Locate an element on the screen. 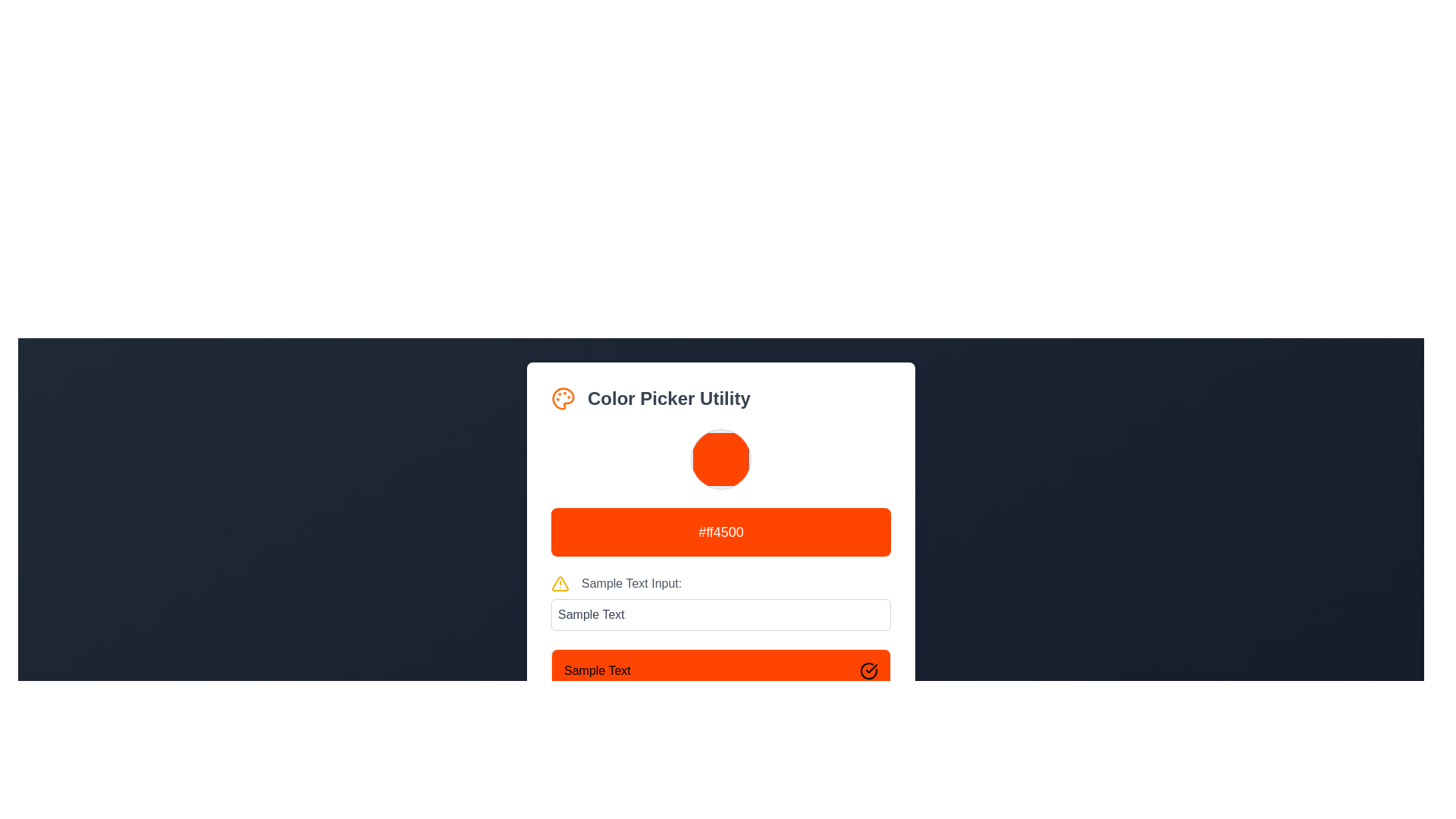  the color picker SVG icon located to the immediate left of the 'Color Picker Utility' text, which serves as a visual representation of the color picker feature is located at coordinates (563, 397).